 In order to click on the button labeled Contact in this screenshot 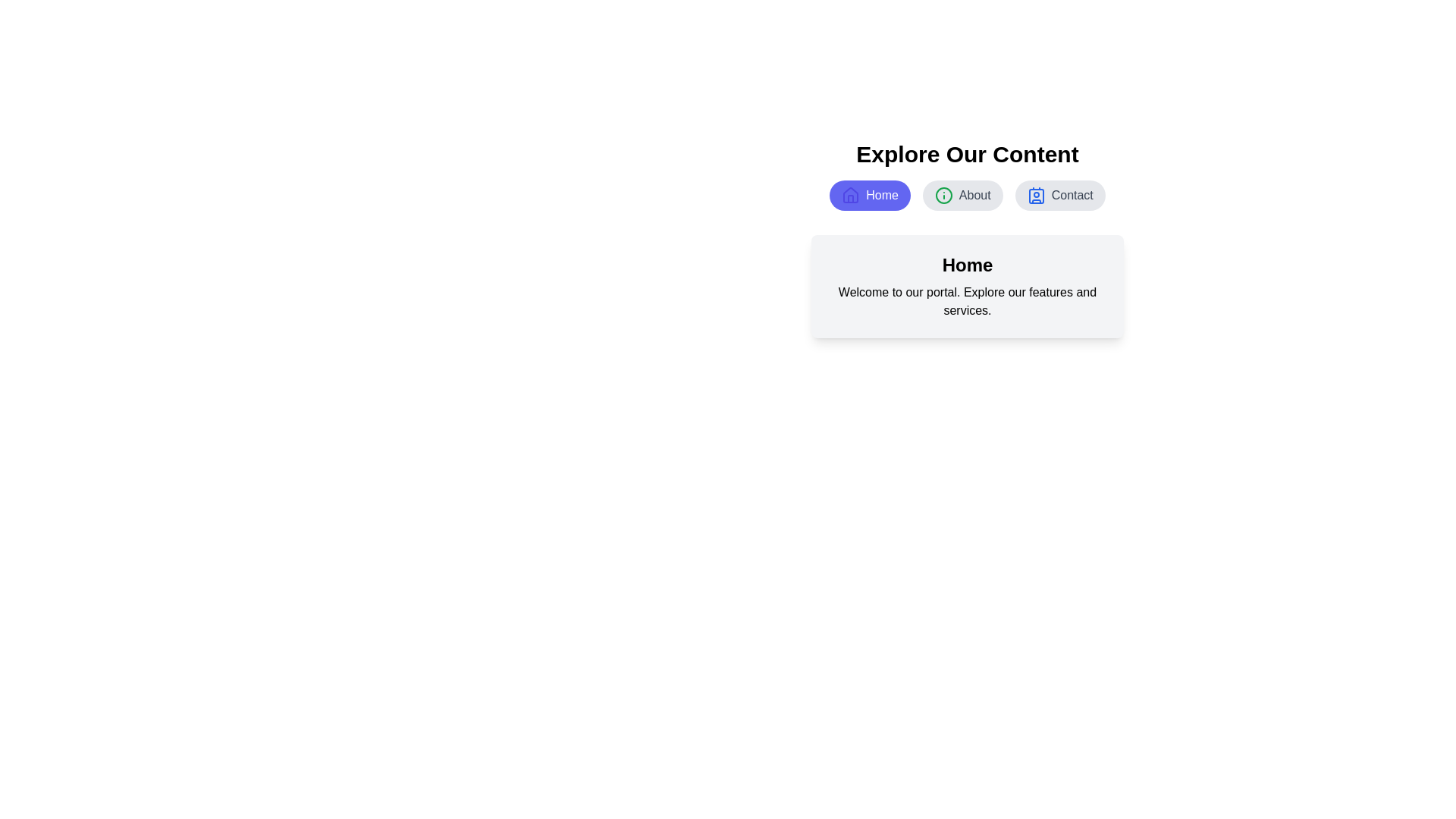, I will do `click(1059, 195)`.